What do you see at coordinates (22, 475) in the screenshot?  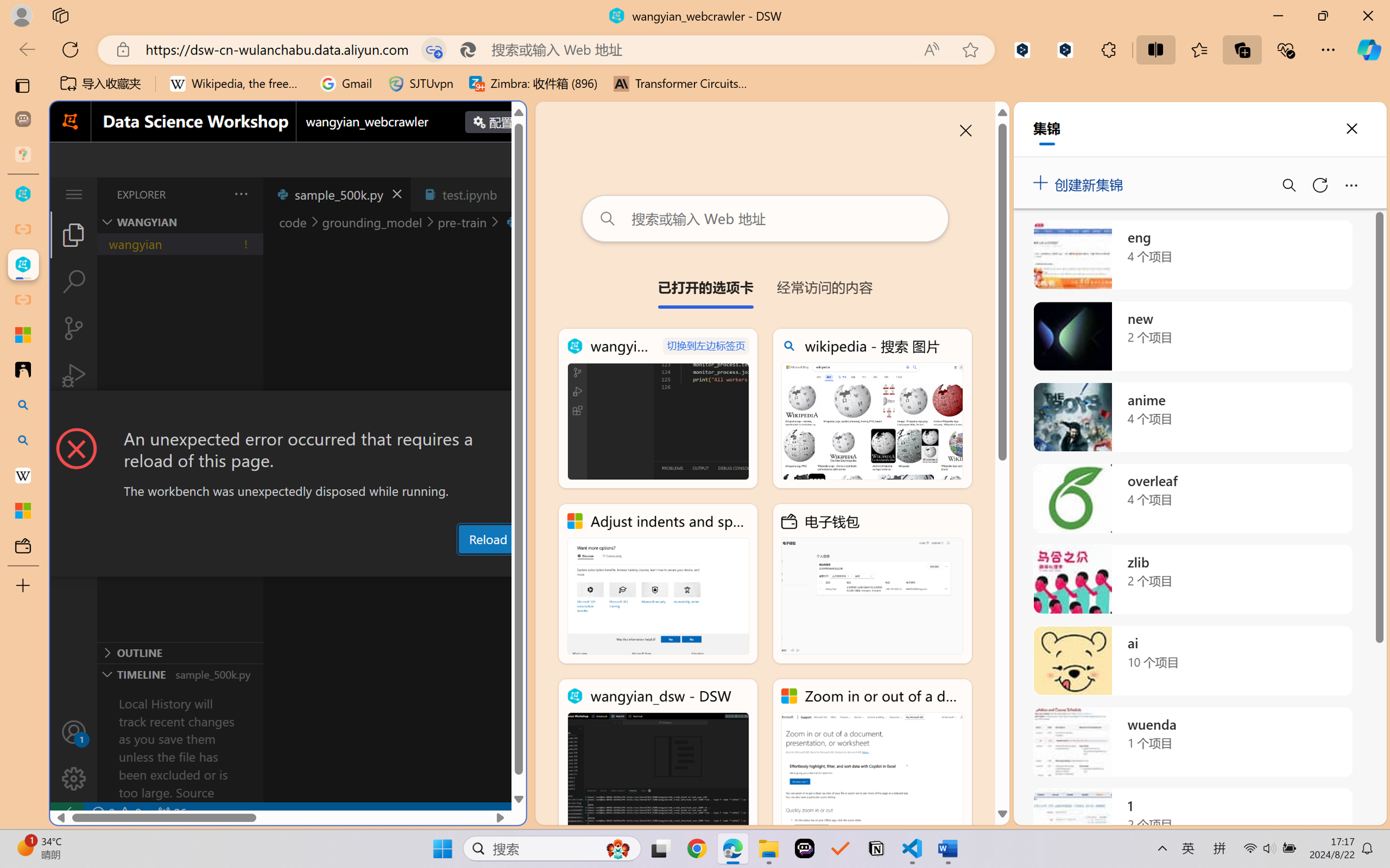 I see `'Earth - Wikipedia'` at bounding box center [22, 475].